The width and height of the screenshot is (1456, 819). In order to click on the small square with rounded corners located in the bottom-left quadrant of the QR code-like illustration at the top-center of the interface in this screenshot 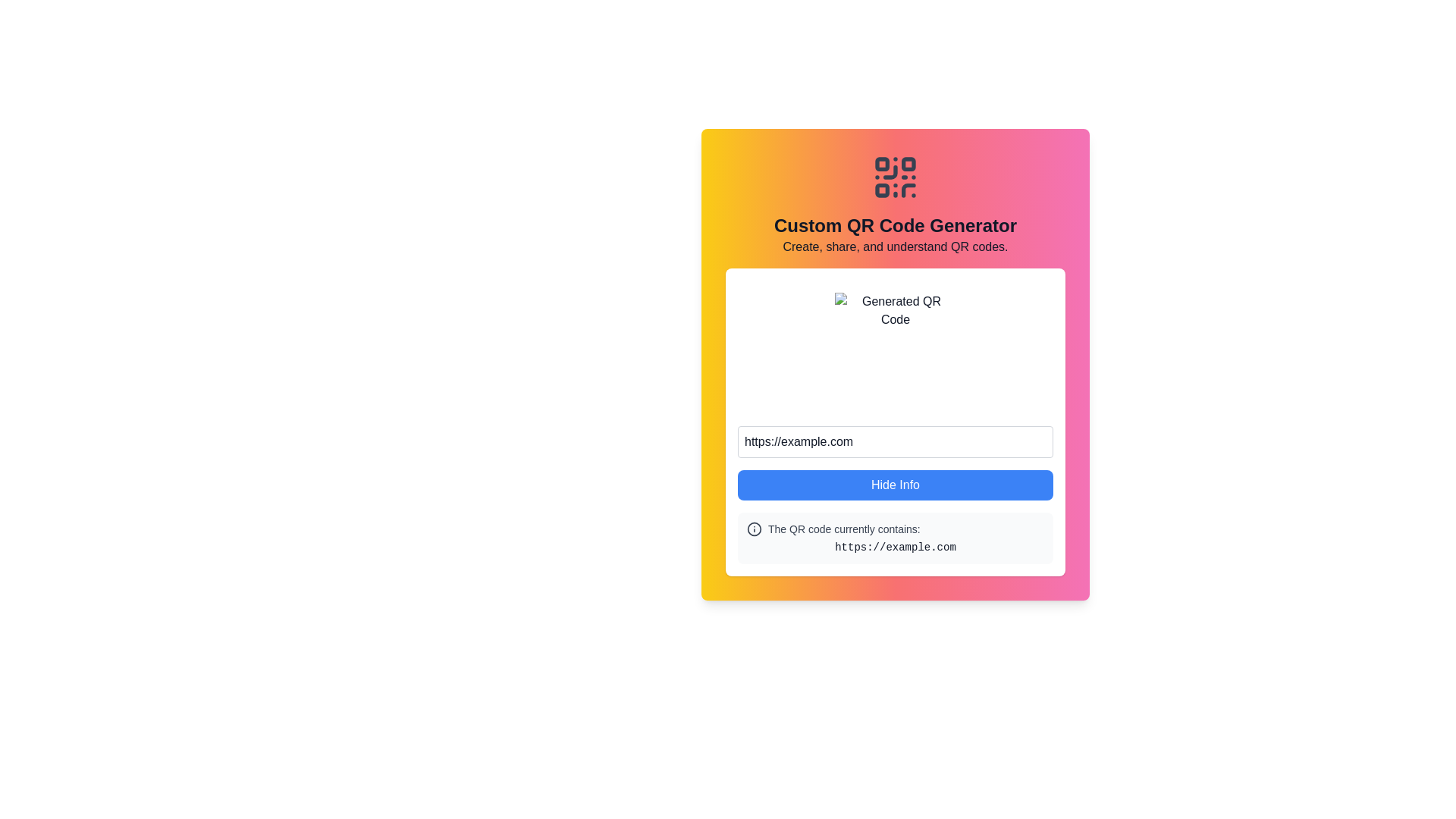, I will do `click(882, 190)`.